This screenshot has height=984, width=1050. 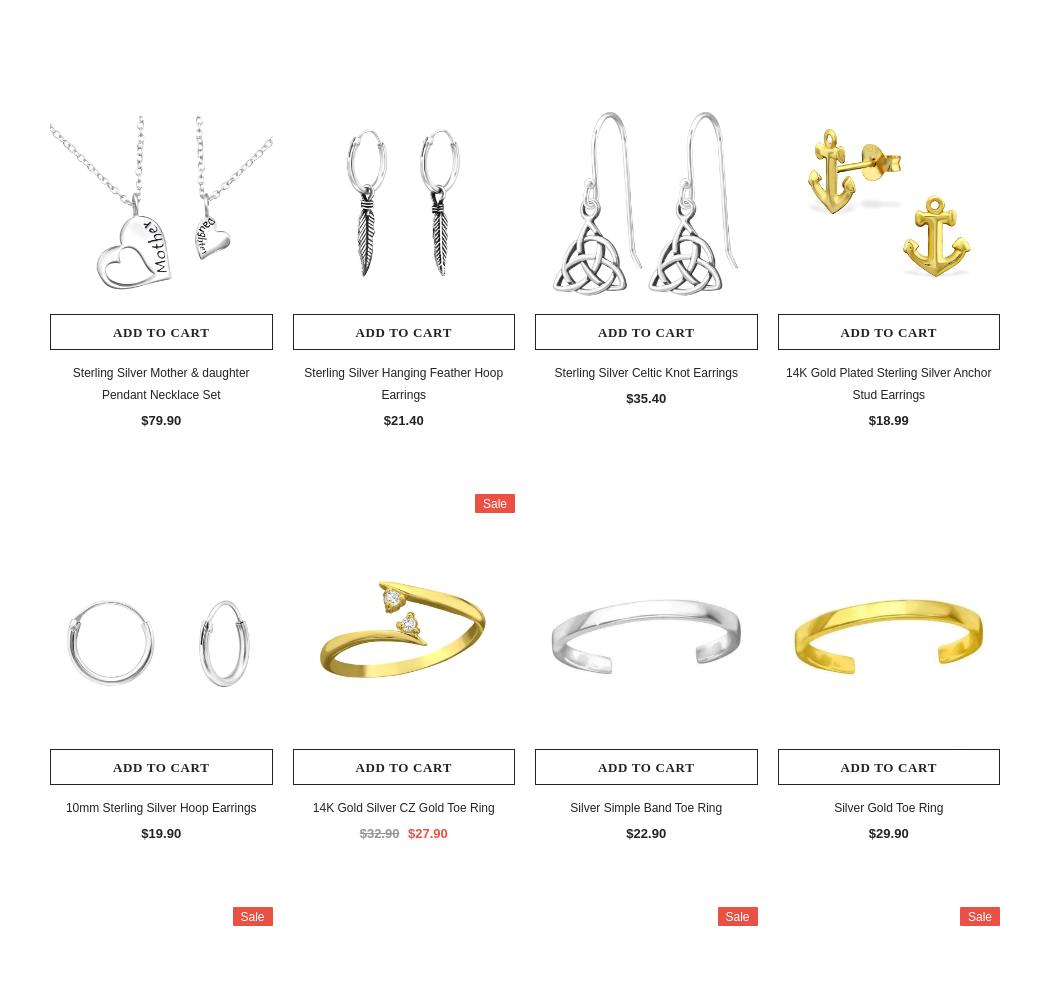 I want to click on '14K Gold Plated Sterling Silver Anchor Stud Earrings', so click(x=887, y=383).